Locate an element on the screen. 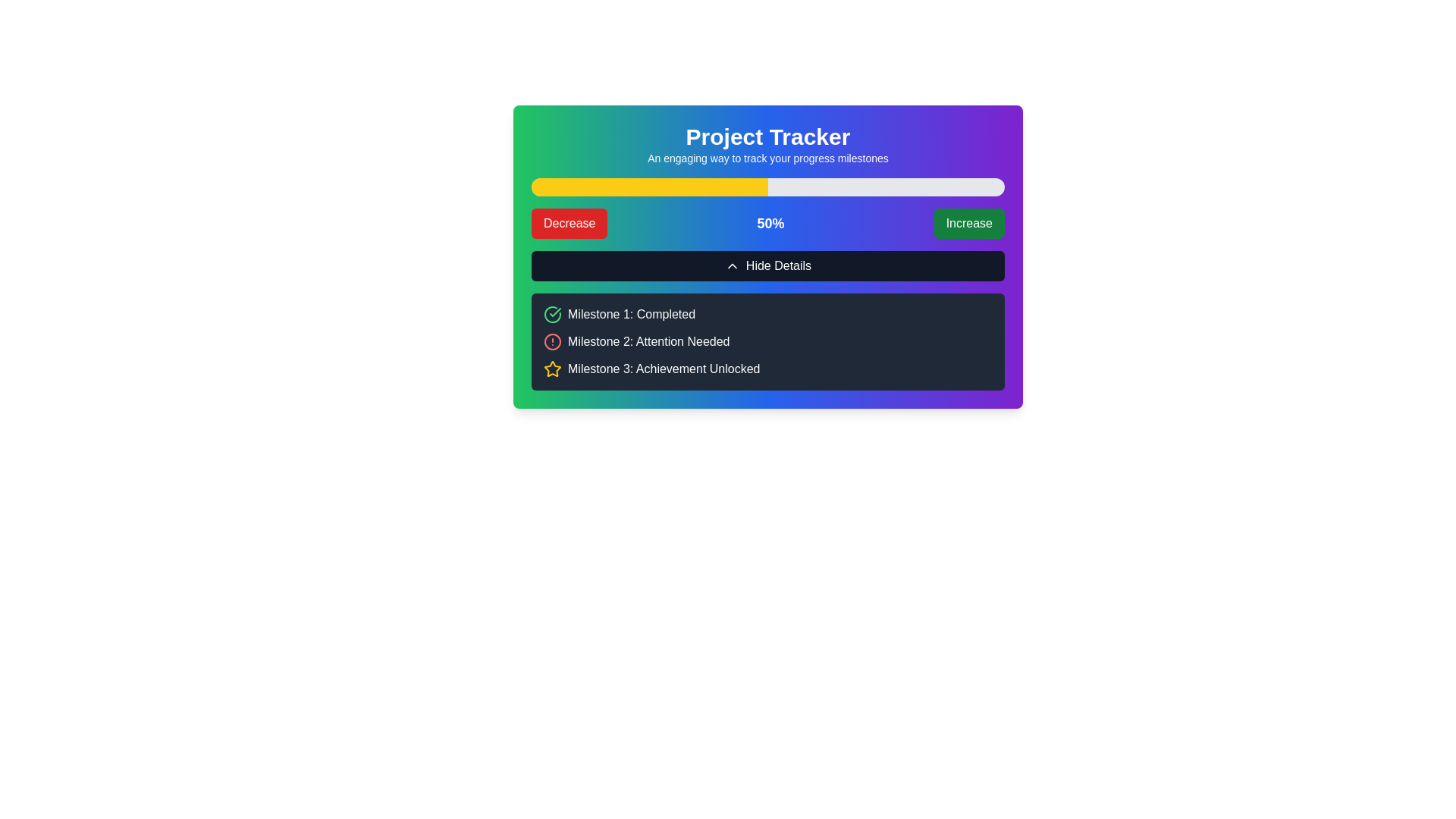  the upward-pointing chevron icon located to the left of the 'Hide Details' button for additional visual feedback is located at coordinates (732, 265).